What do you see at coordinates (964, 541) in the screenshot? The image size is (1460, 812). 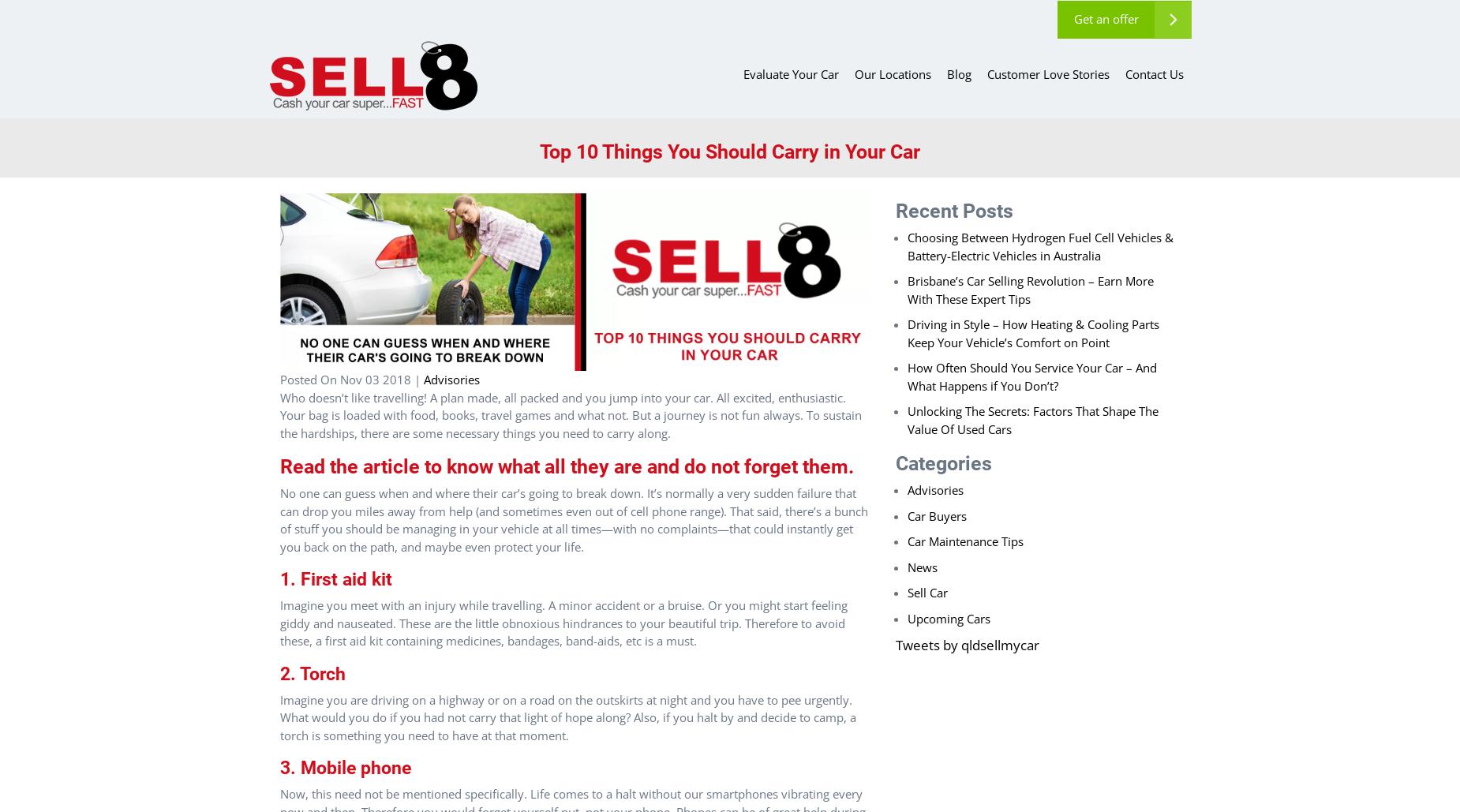 I see `'Car Maintenance Tips'` at bounding box center [964, 541].